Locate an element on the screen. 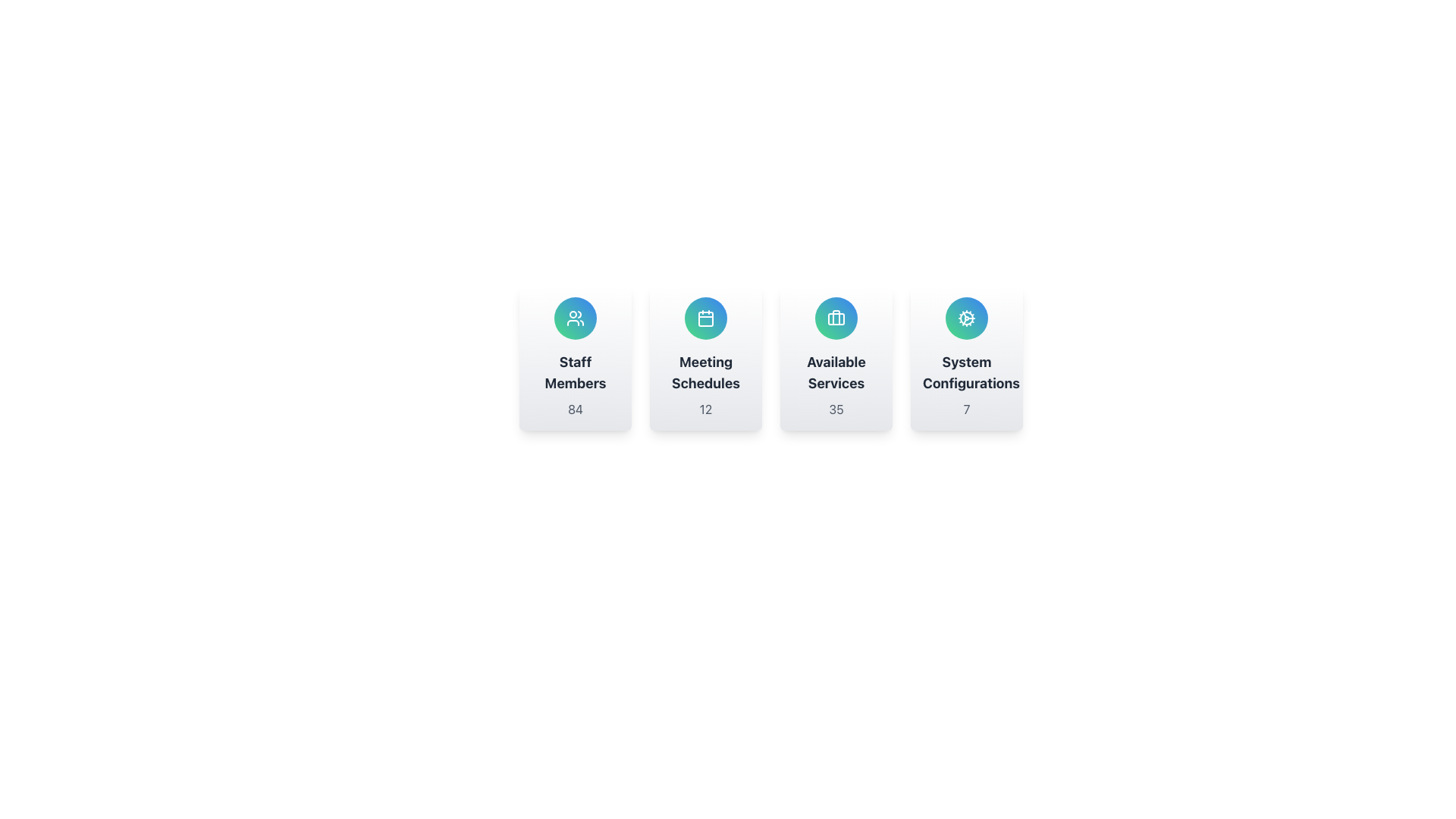 The image size is (1456, 819). the Text Display element that shows the value '7', which is located at the bottom of the 'System Configurations' card is located at coordinates (966, 409).